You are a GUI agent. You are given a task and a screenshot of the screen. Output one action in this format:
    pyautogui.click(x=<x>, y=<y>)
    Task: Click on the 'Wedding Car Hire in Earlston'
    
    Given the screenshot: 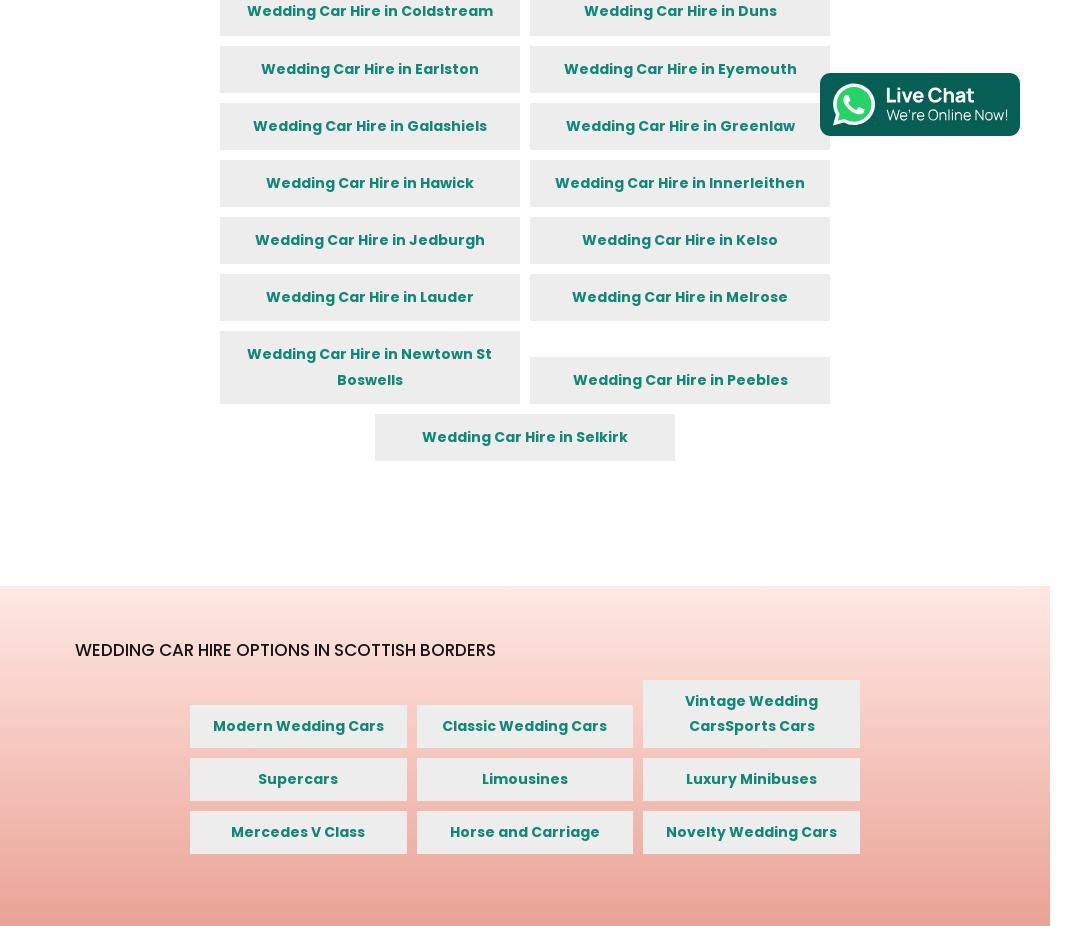 What is the action you would take?
    pyautogui.click(x=368, y=66)
    